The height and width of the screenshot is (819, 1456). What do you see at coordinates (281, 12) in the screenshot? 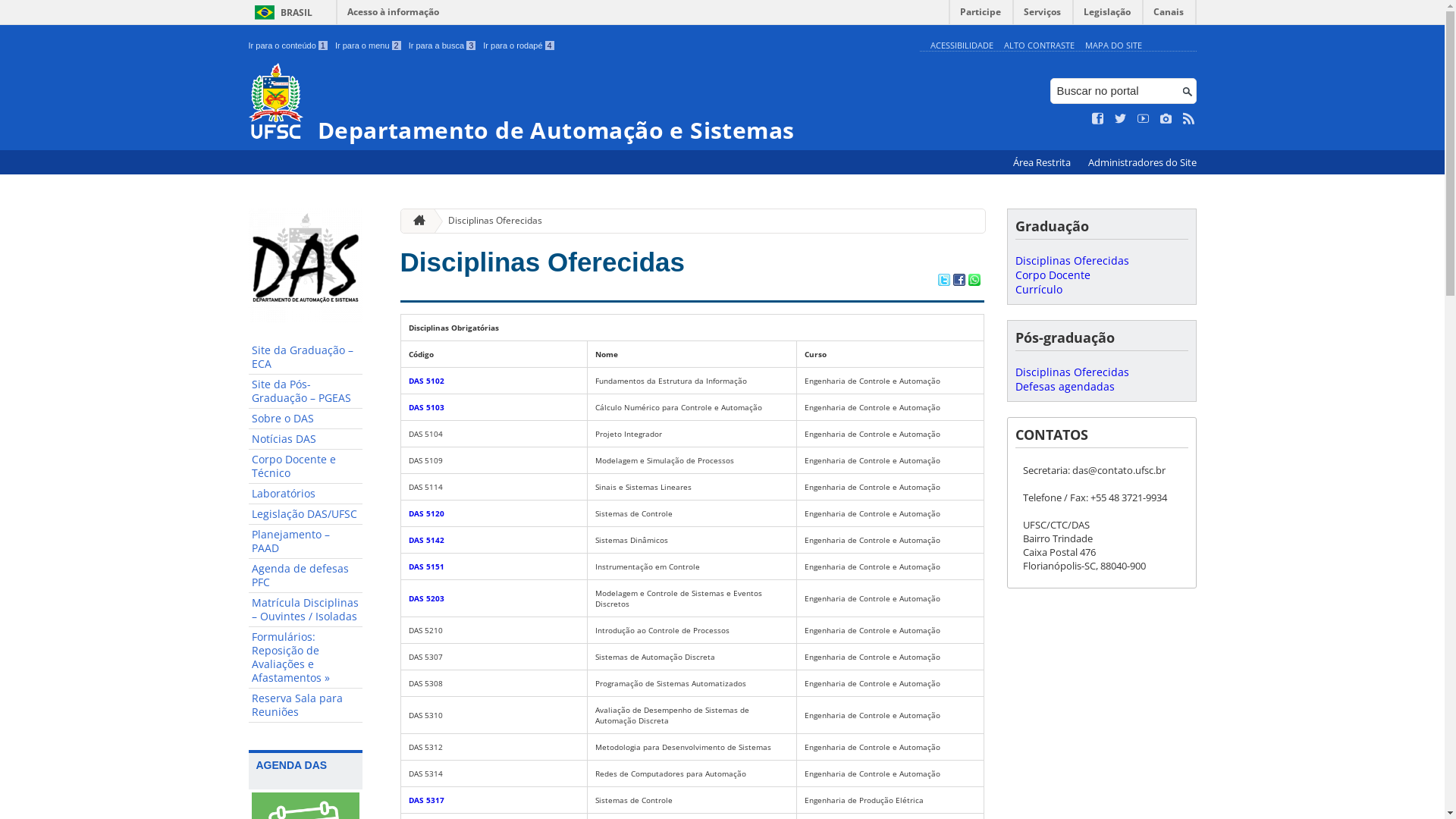
I see `'BRASIL'` at bounding box center [281, 12].